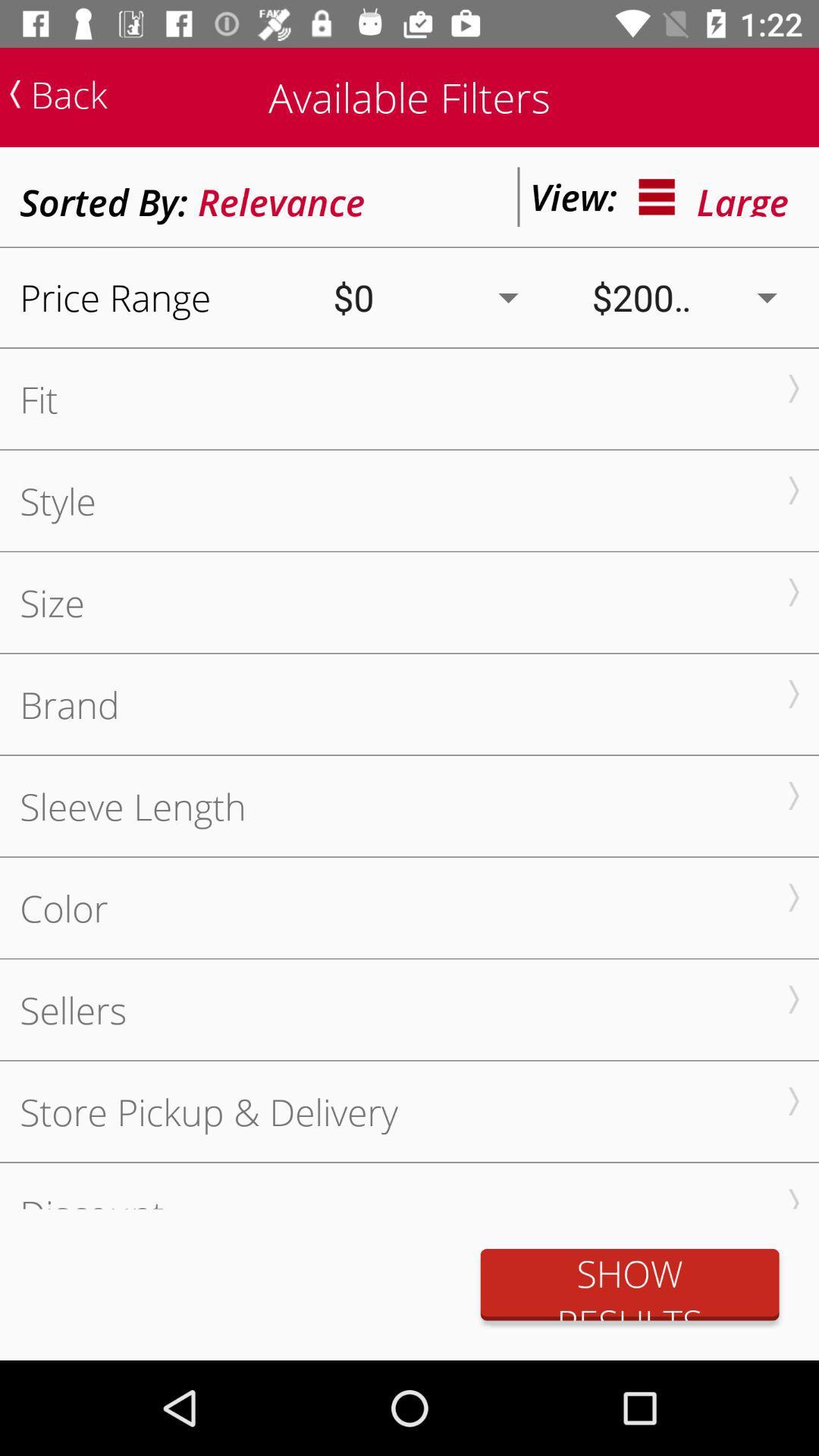 The width and height of the screenshot is (819, 1456). What do you see at coordinates (58, 93) in the screenshot?
I see `back item` at bounding box center [58, 93].